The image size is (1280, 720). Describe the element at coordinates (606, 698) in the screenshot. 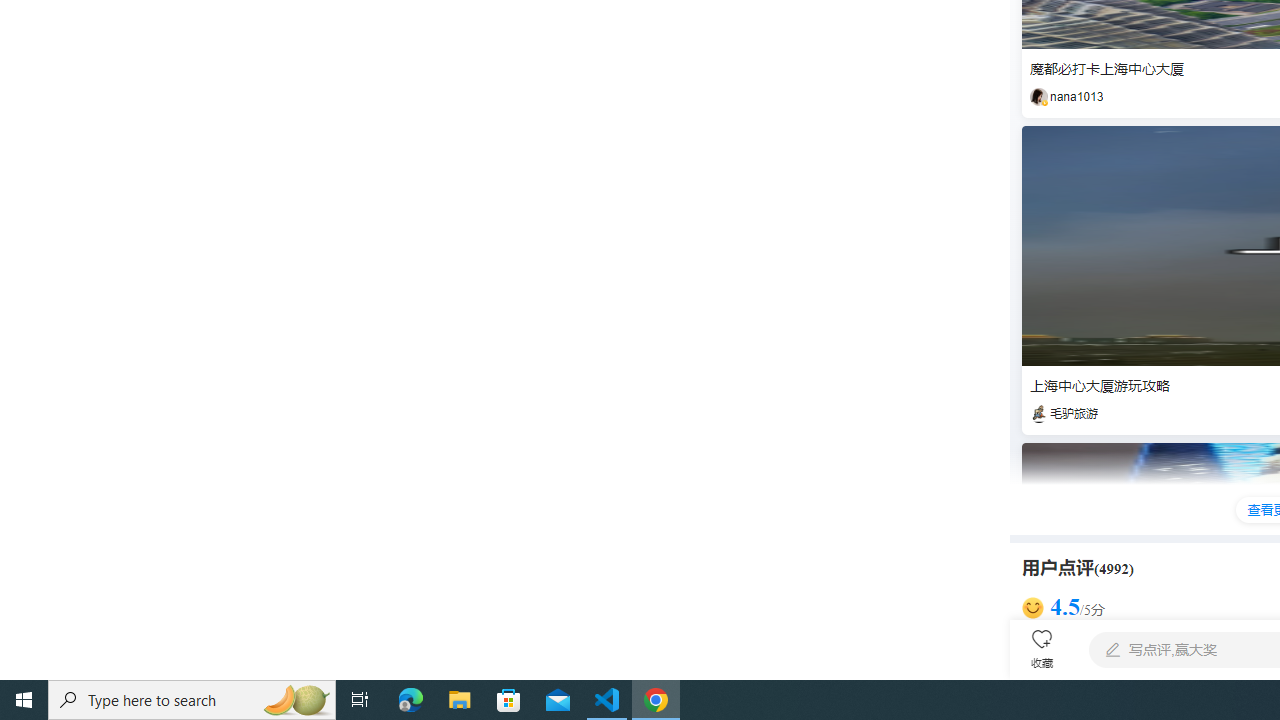

I see `'Visual Studio Code - 1 running window'` at that location.